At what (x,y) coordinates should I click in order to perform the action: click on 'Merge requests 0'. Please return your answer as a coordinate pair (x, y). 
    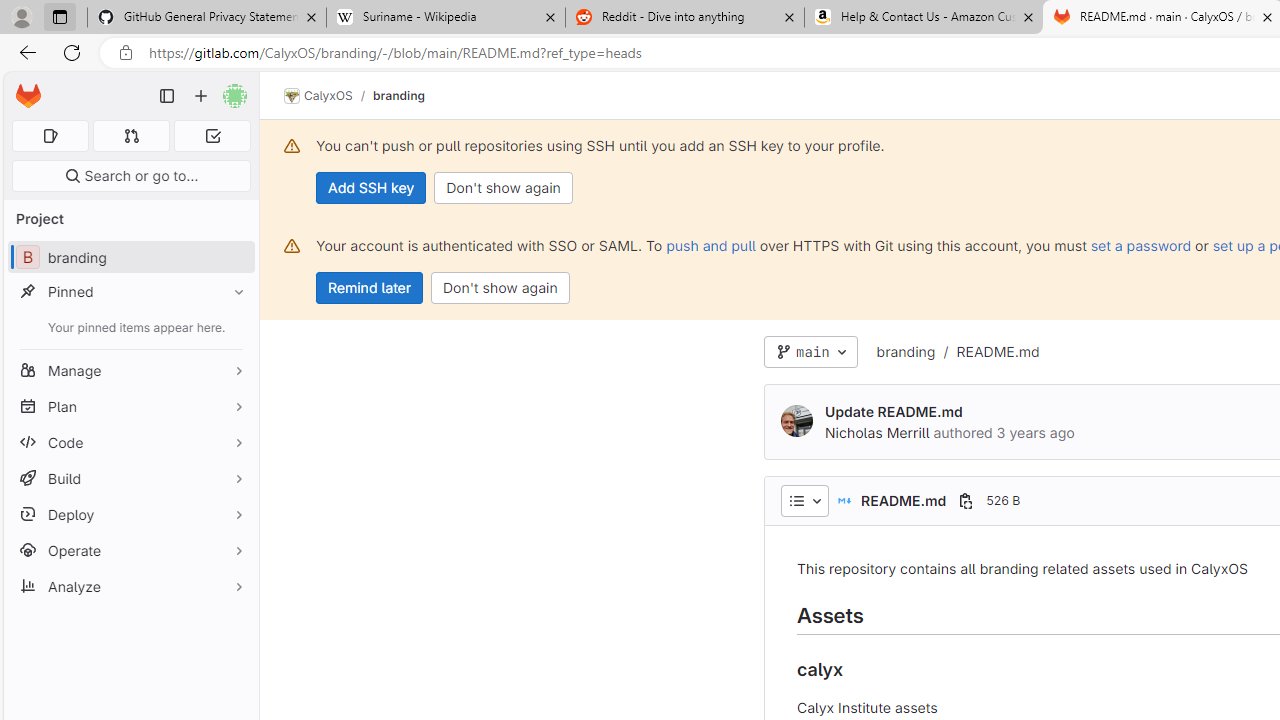
    Looking at the image, I should click on (130, 135).